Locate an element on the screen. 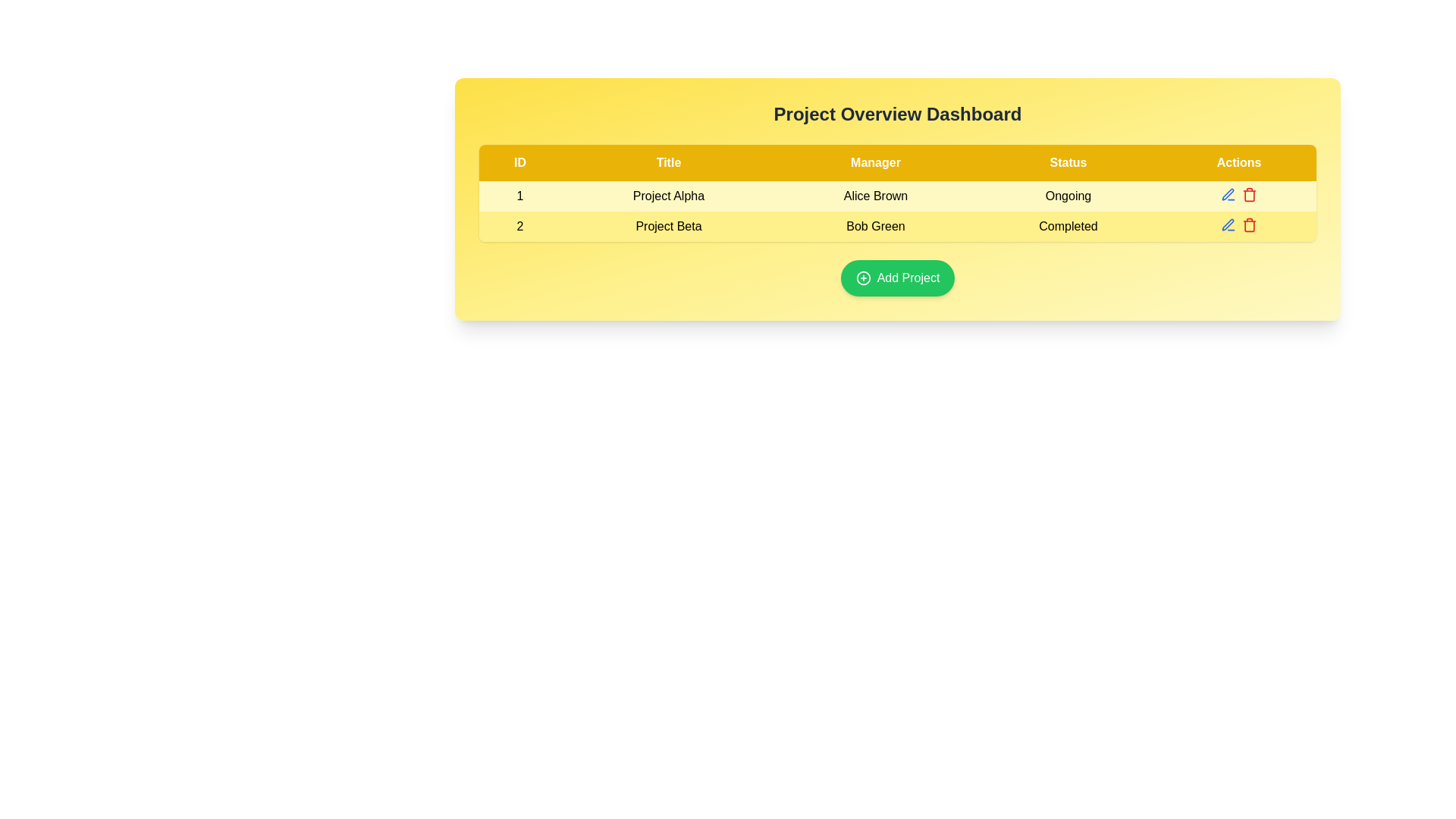 This screenshot has height=819, width=1456. the edit icon in the 'Actions' column of the second row of the table, which corresponds to the project titled 'Project Beta' is located at coordinates (1228, 224).